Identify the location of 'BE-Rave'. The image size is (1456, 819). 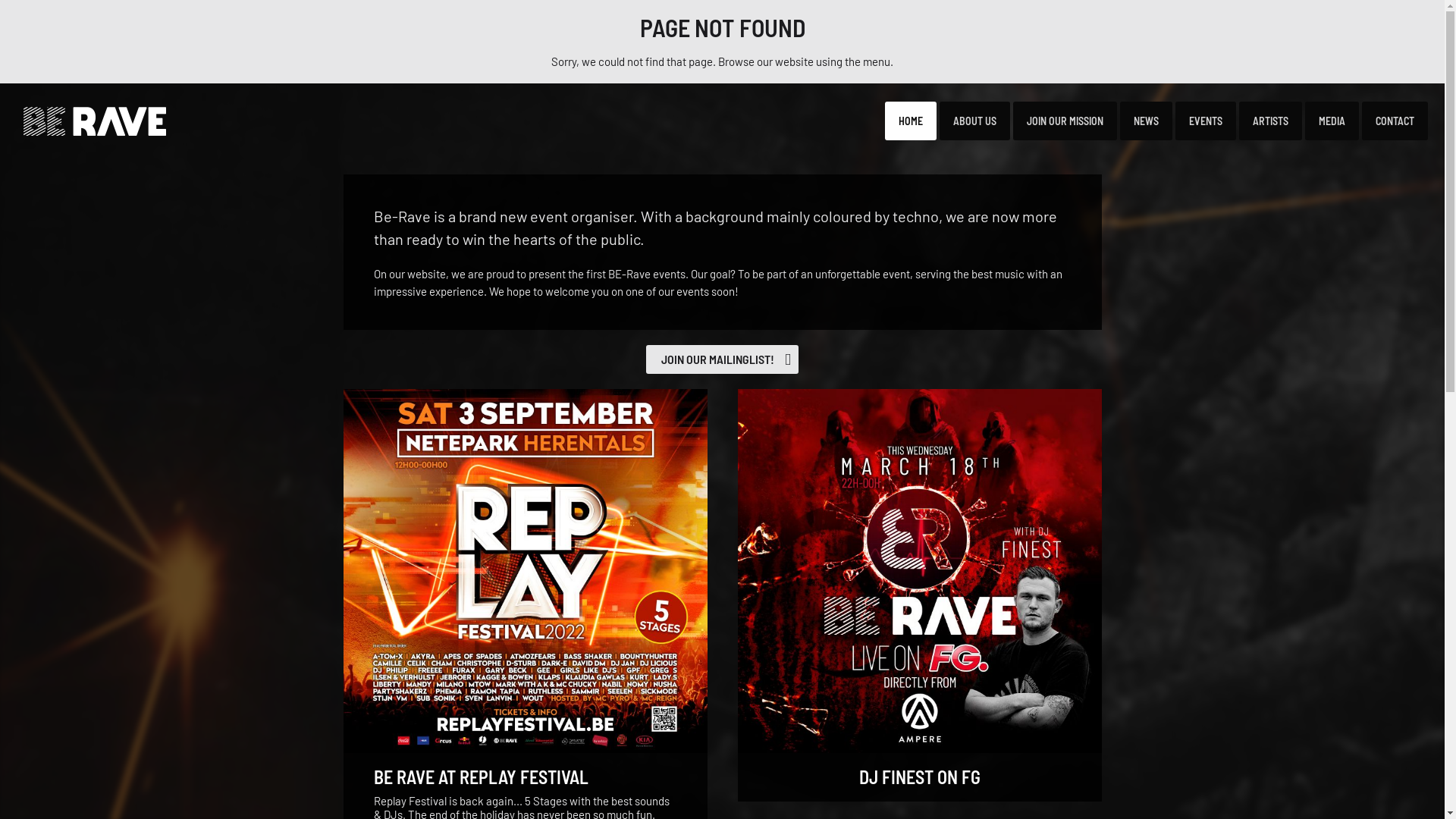
(90, 120).